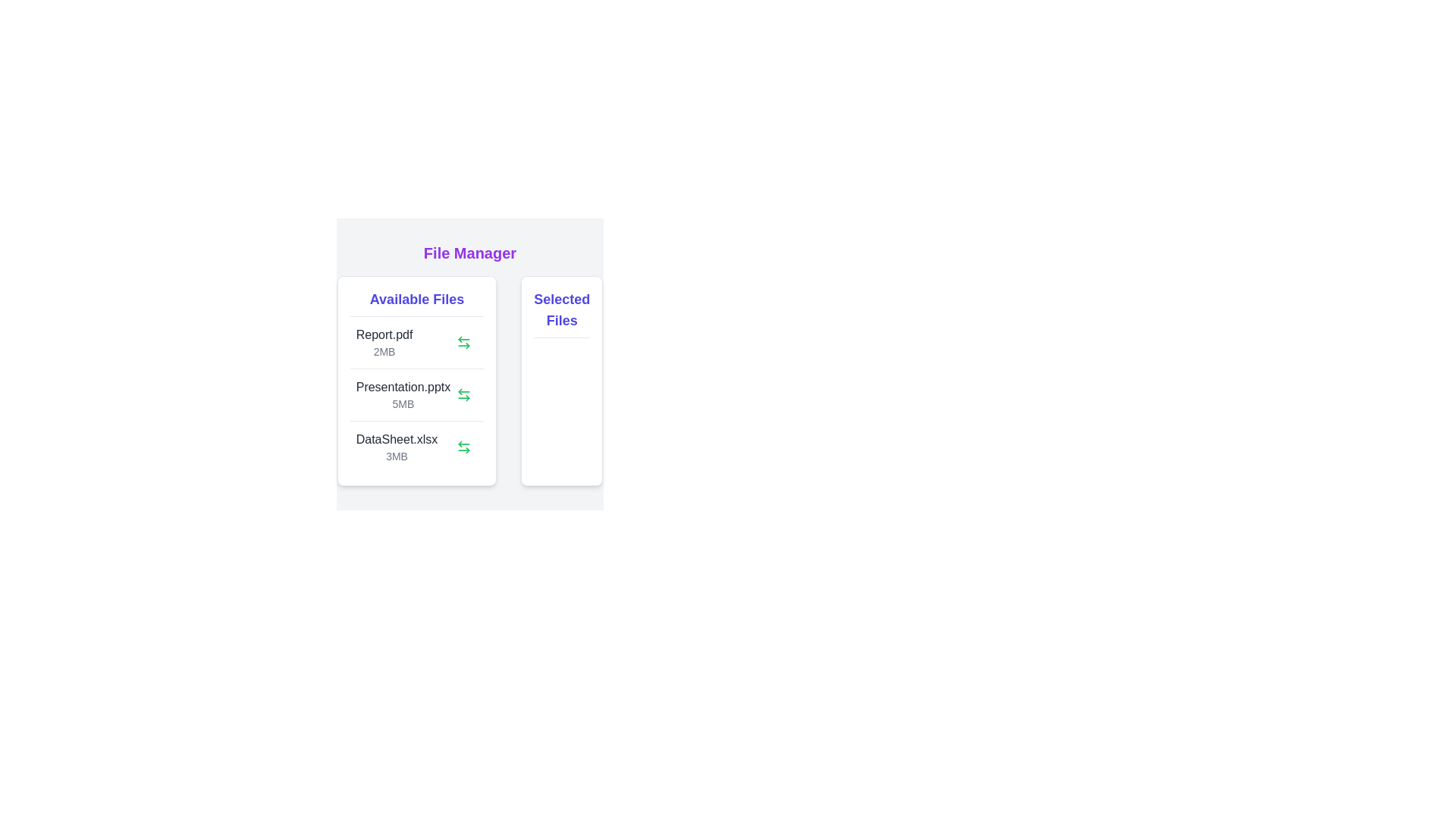  I want to click on file size information from the text label located beneath the file name 'DataSheet.xlsx' in the 'Available Files' area, so click(397, 455).